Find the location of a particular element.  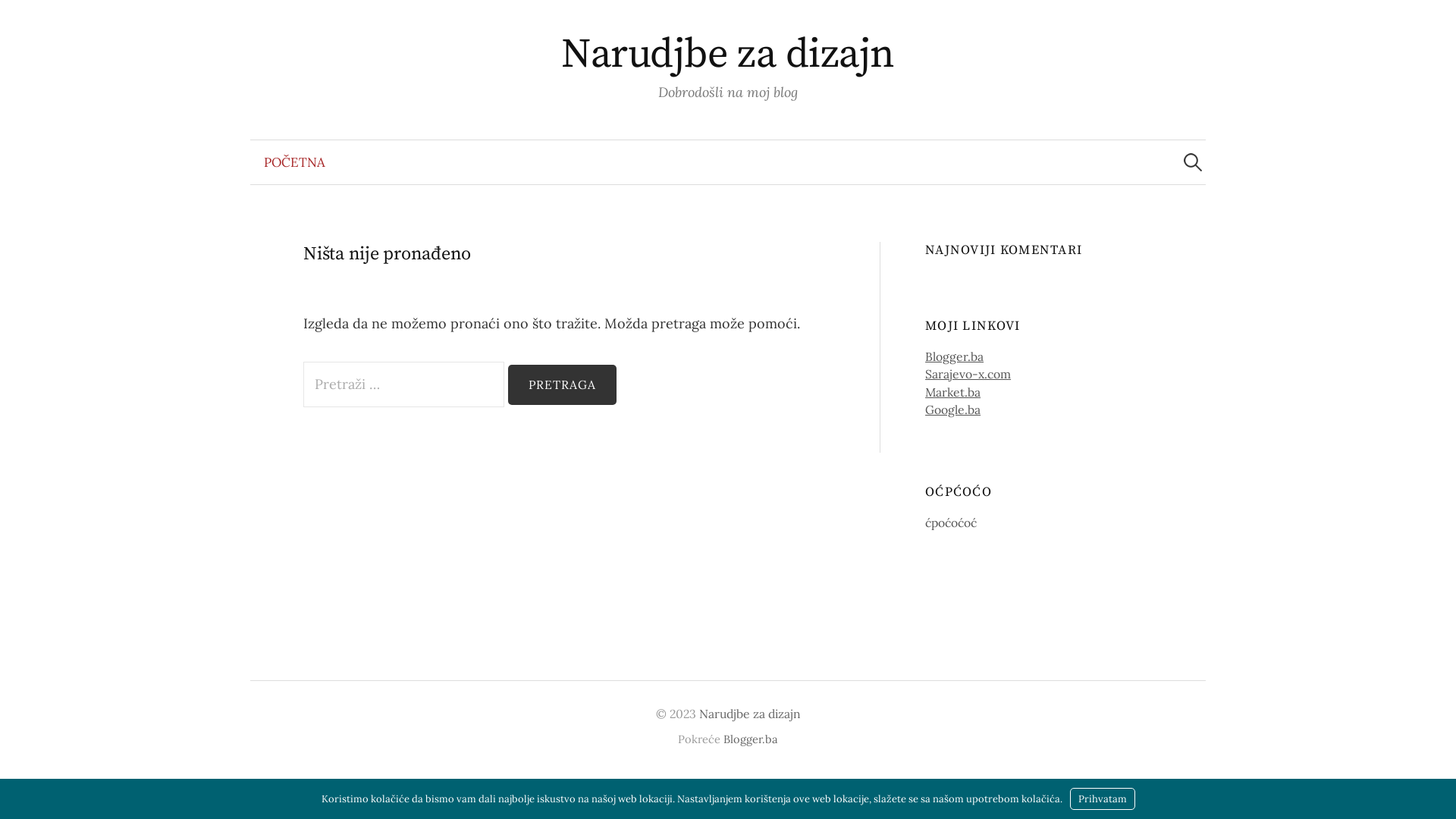

'Narudjbe za dizajn' is located at coordinates (726, 54).